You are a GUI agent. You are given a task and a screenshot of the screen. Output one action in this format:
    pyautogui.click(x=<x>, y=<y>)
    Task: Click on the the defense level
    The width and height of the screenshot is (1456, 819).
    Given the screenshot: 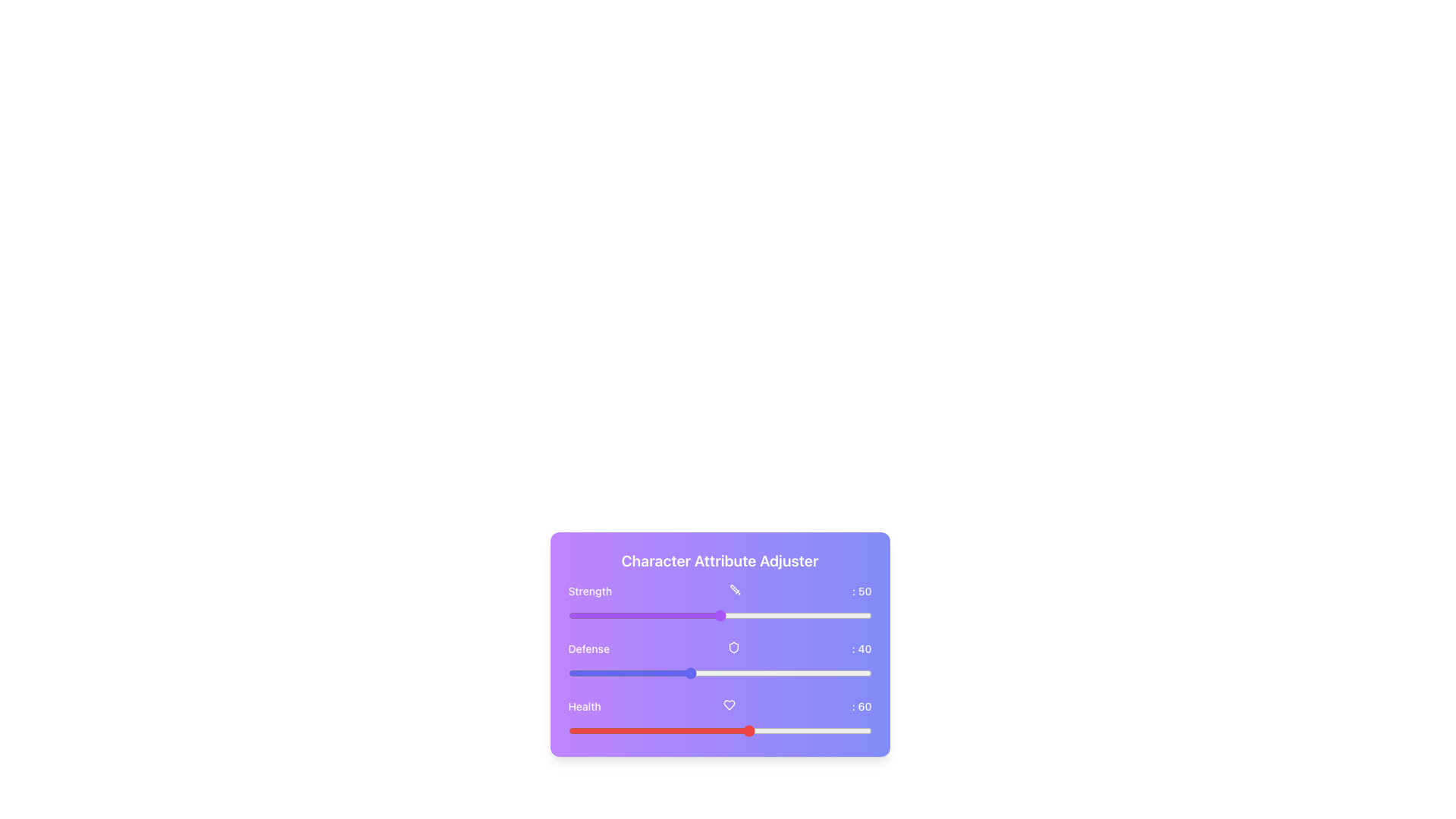 What is the action you would take?
    pyautogui.click(x=780, y=672)
    